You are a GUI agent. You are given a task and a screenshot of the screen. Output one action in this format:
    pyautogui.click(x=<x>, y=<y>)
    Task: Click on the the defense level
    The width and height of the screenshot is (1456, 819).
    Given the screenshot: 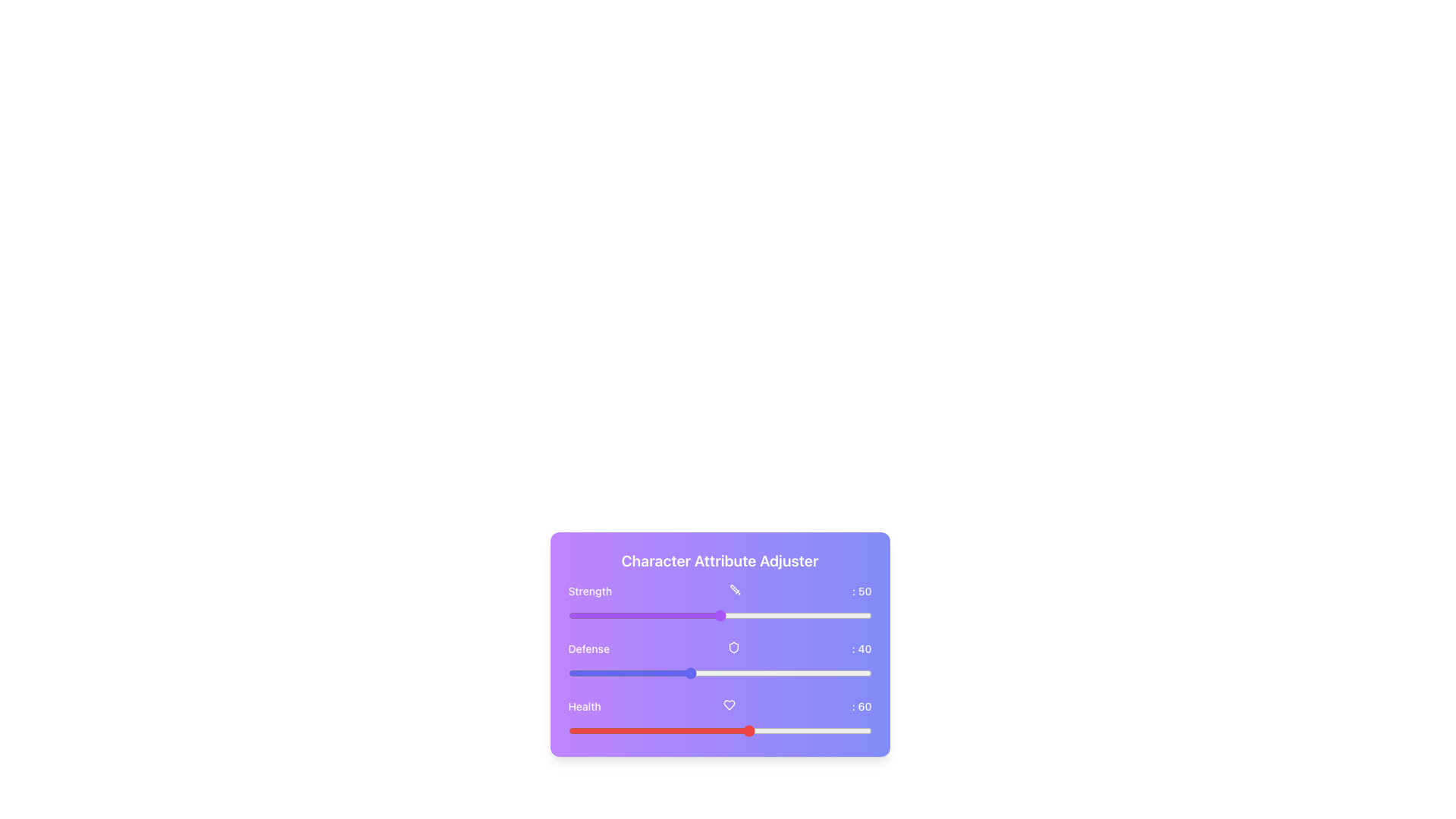 What is the action you would take?
    pyautogui.click(x=780, y=672)
    